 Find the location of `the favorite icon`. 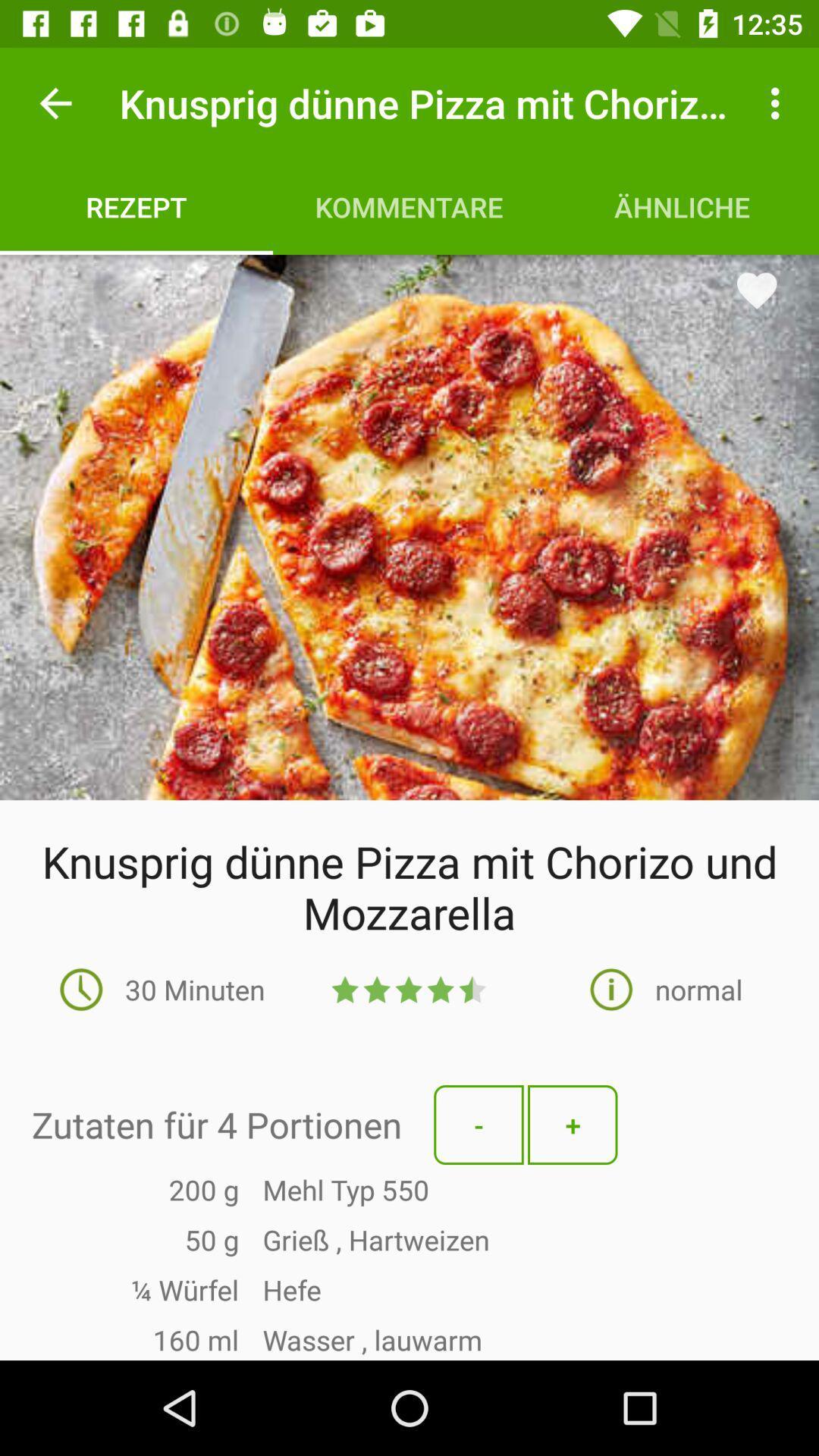

the favorite icon is located at coordinates (757, 290).